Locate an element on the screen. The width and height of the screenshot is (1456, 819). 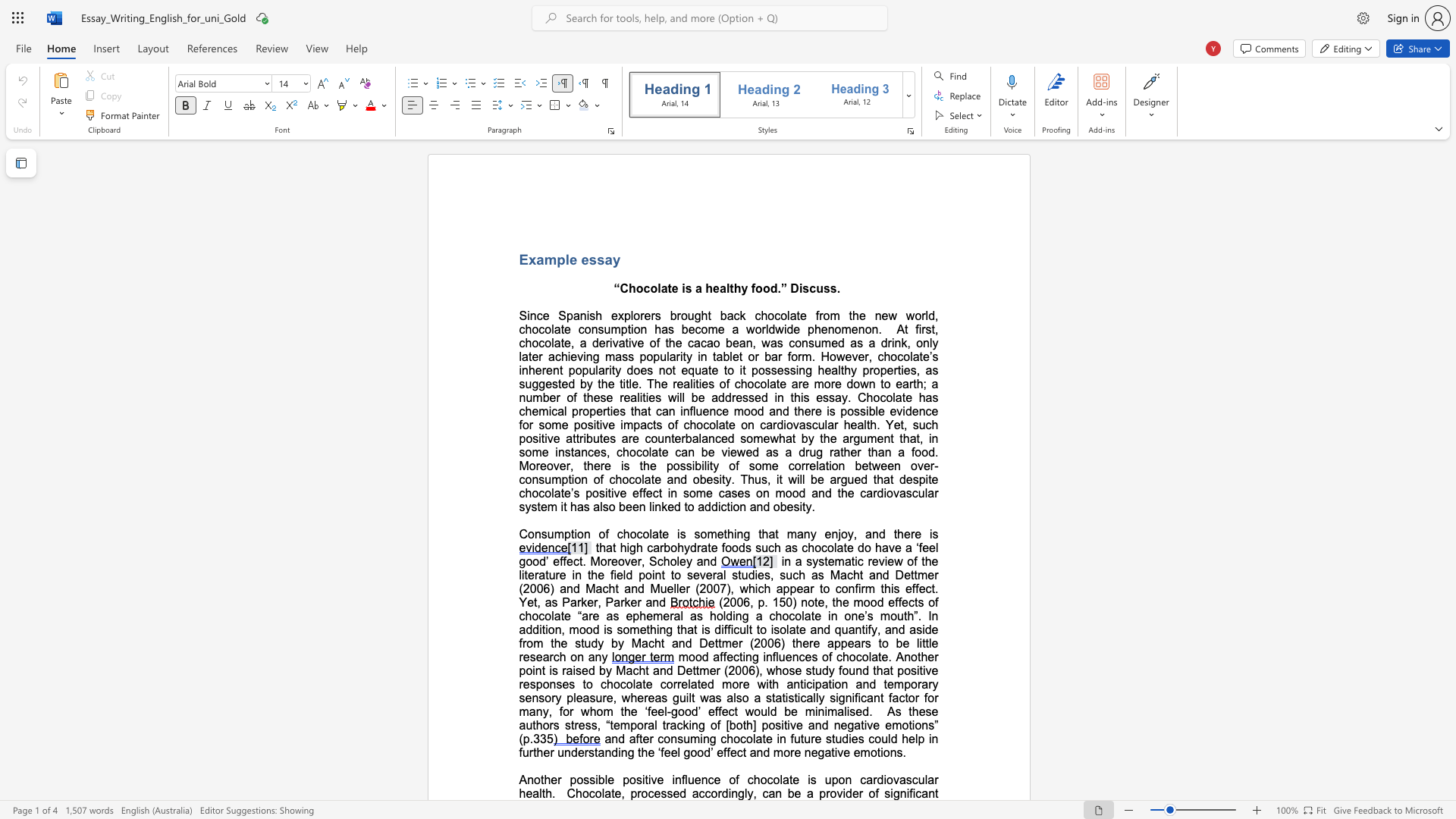
the subset text "ought b" within the text "Since Spanish explorers brought back chocolate from the new world, chocolate consumption has become a worldwide phenomenon" is located at coordinates (679, 315).